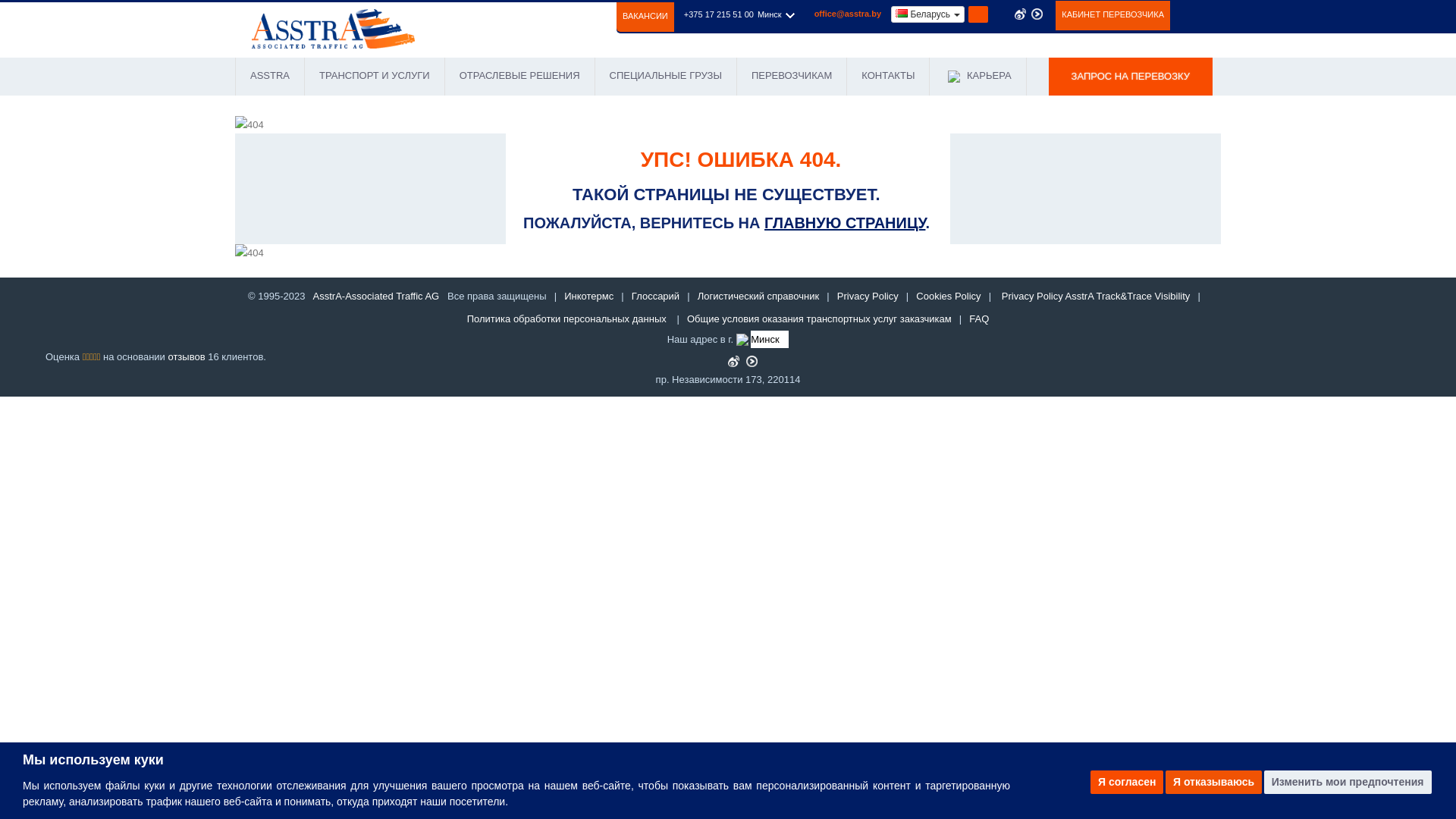 The width and height of the screenshot is (1456, 819). Describe the element at coordinates (868, 296) in the screenshot. I see `'Privacy Policy'` at that location.